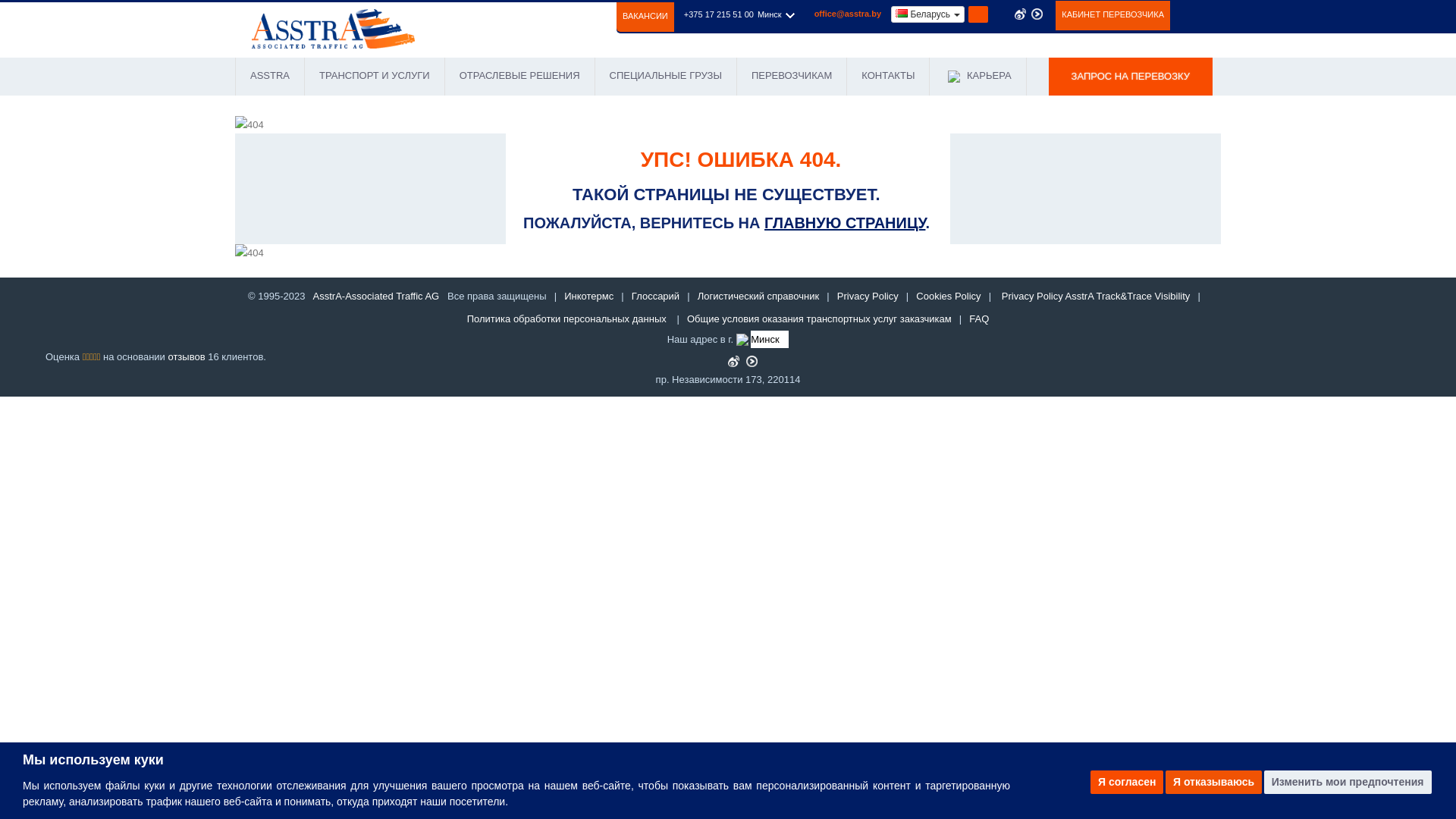 The width and height of the screenshot is (1456, 819). Describe the element at coordinates (868, 296) in the screenshot. I see `'Privacy Policy'` at that location.